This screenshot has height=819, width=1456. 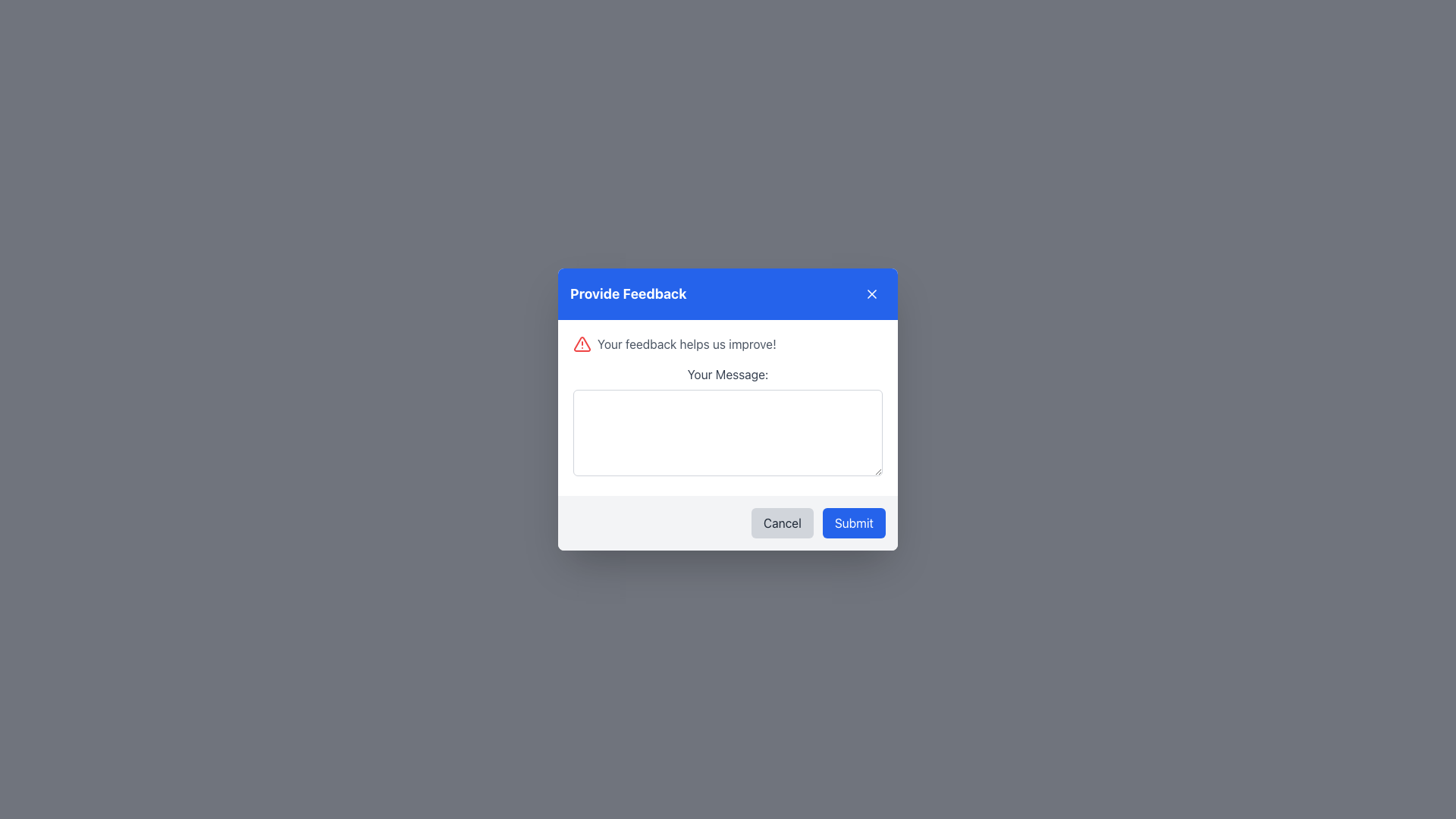 What do you see at coordinates (728, 406) in the screenshot?
I see `the large text input box in the feedback form section titled 'Provide Feedback.'` at bounding box center [728, 406].